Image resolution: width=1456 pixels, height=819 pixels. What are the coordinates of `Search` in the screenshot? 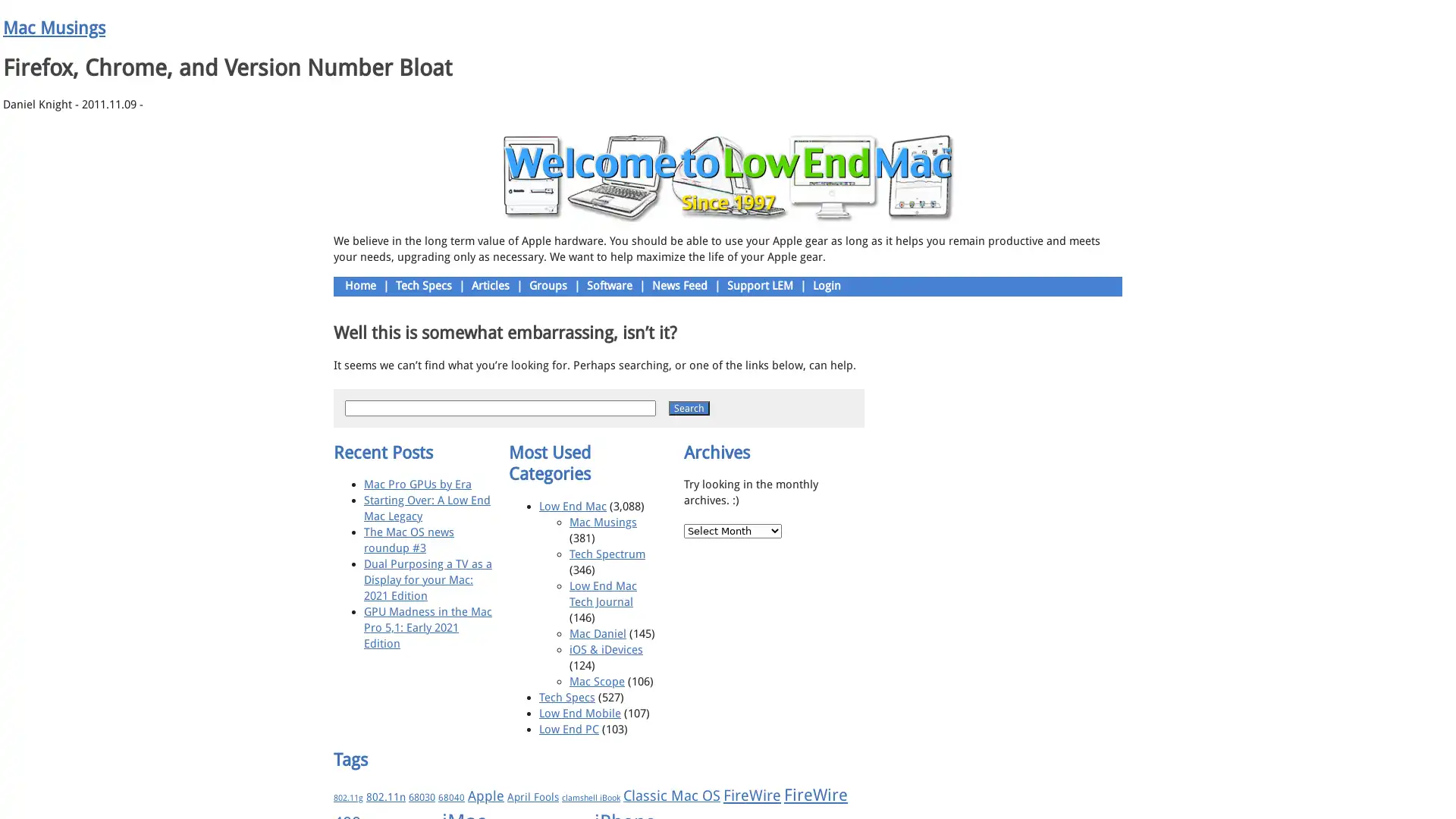 It's located at (688, 406).